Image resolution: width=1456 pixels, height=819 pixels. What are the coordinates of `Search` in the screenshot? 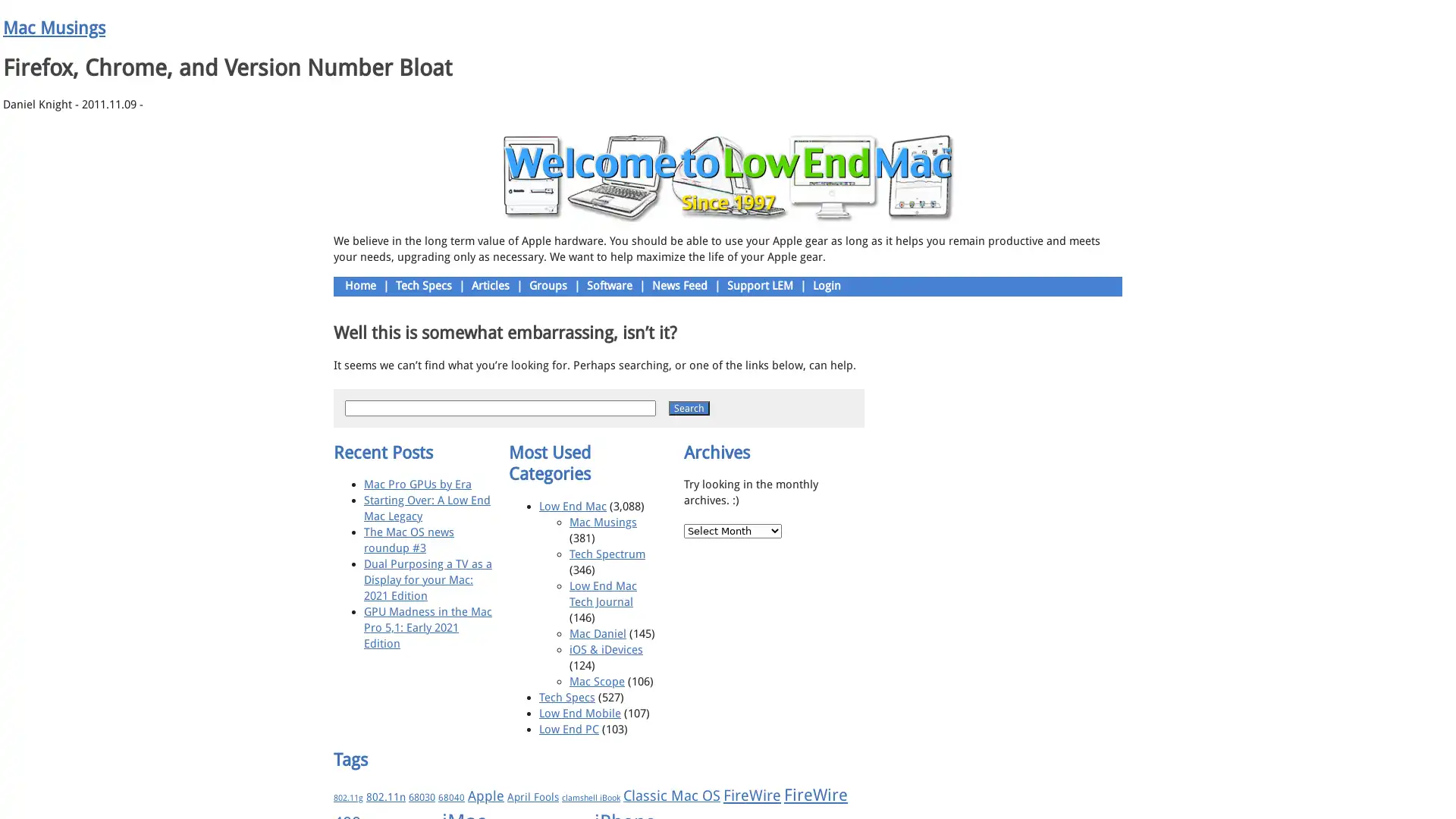 It's located at (688, 406).